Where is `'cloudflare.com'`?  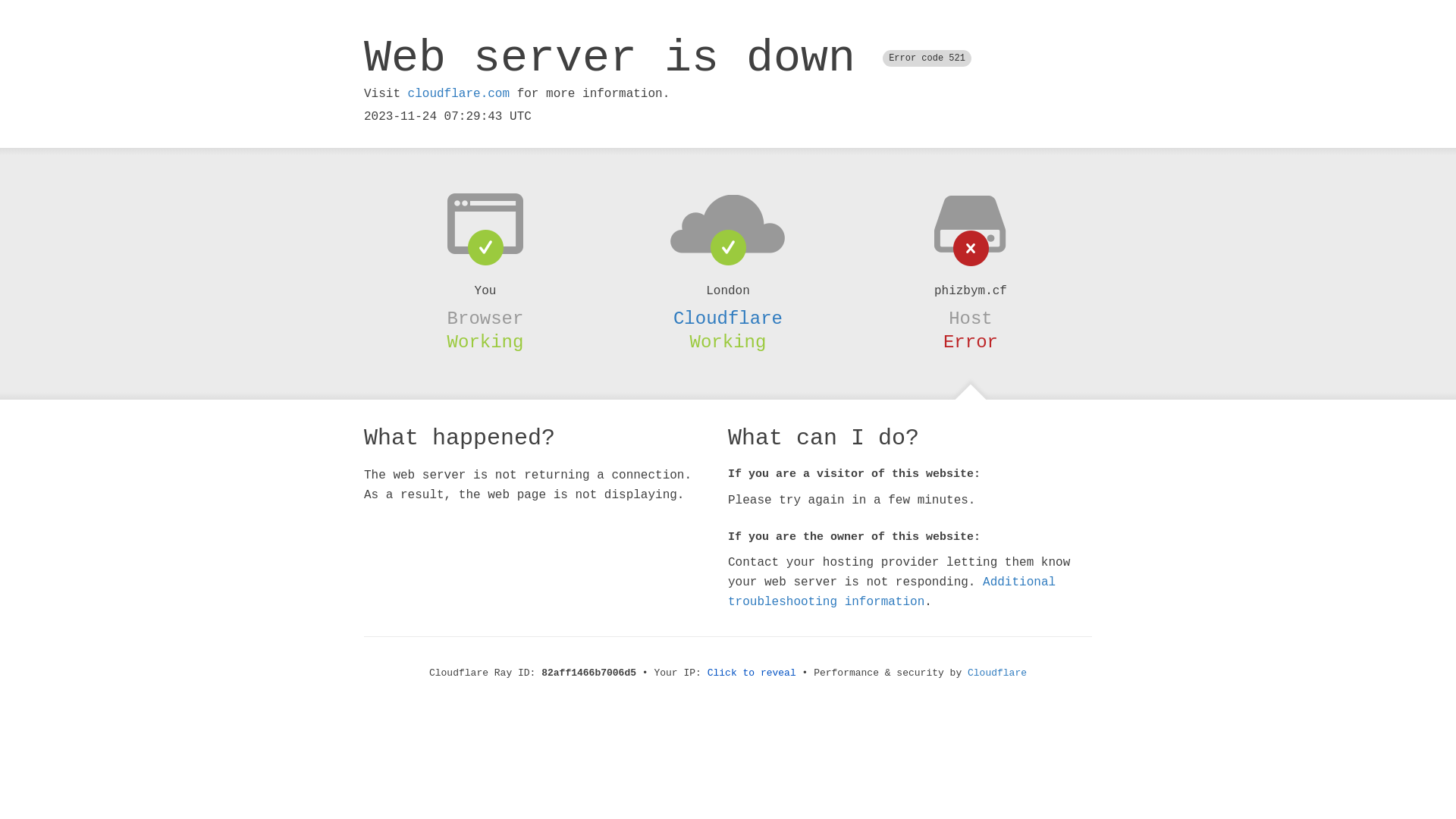
'cloudflare.com' is located at coordinates (457, 93).